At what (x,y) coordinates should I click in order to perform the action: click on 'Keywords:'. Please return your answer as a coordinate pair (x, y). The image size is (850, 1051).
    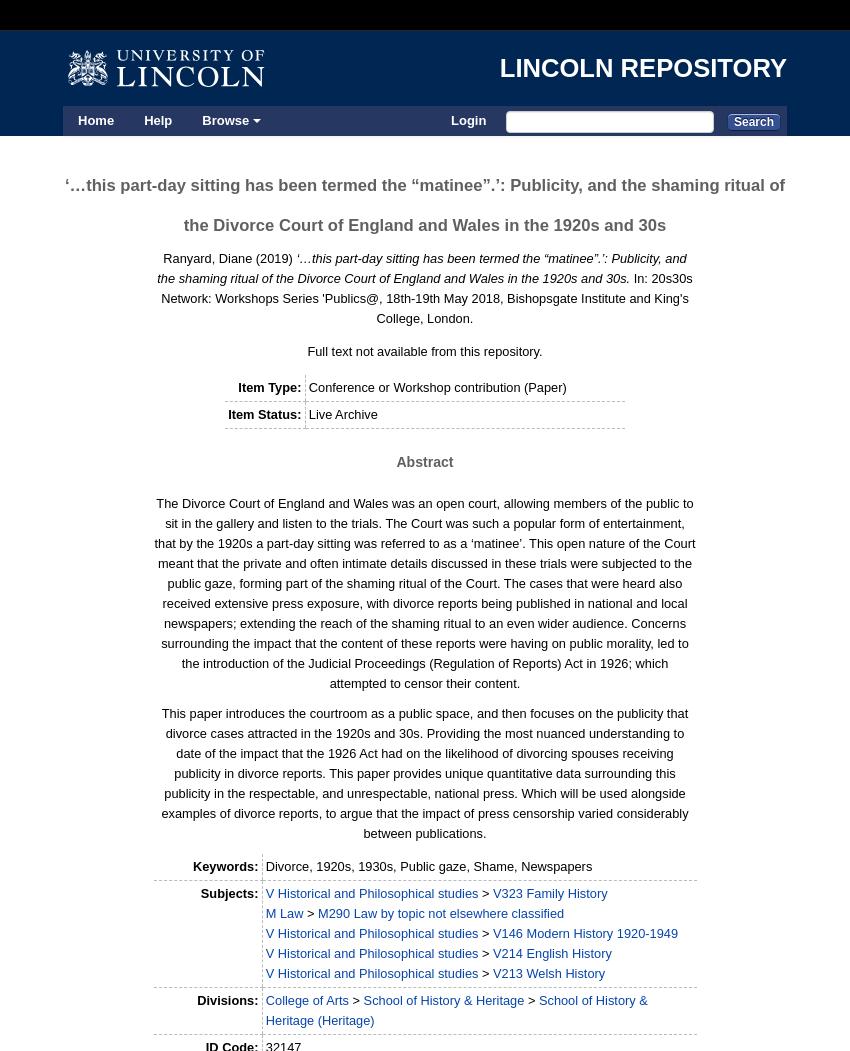
    Looking at the image, I should click on (224, 865).